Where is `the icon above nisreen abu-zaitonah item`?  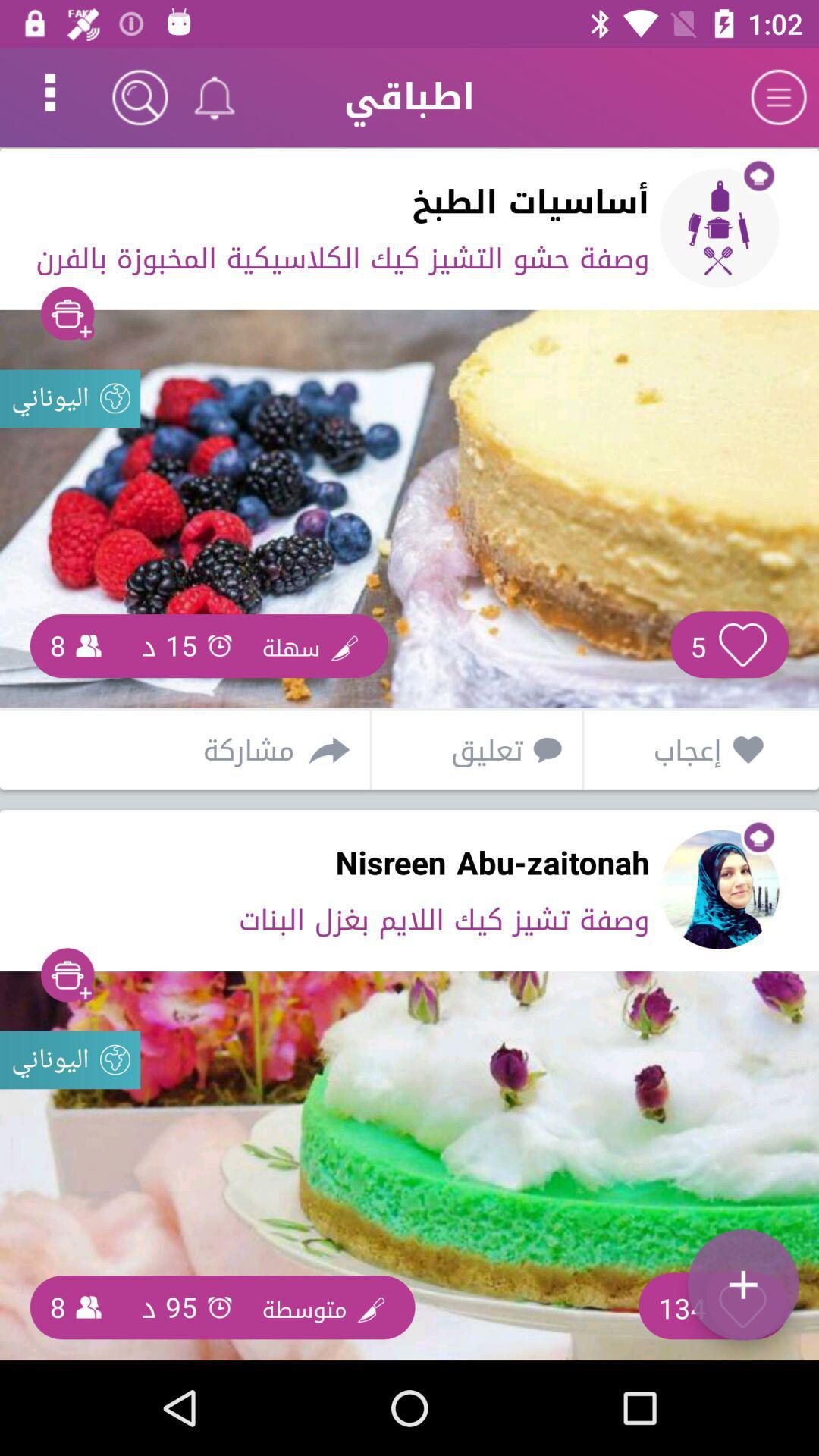 the icon above nisreen abu-zaitonah item is located at coordinates (207, 750).